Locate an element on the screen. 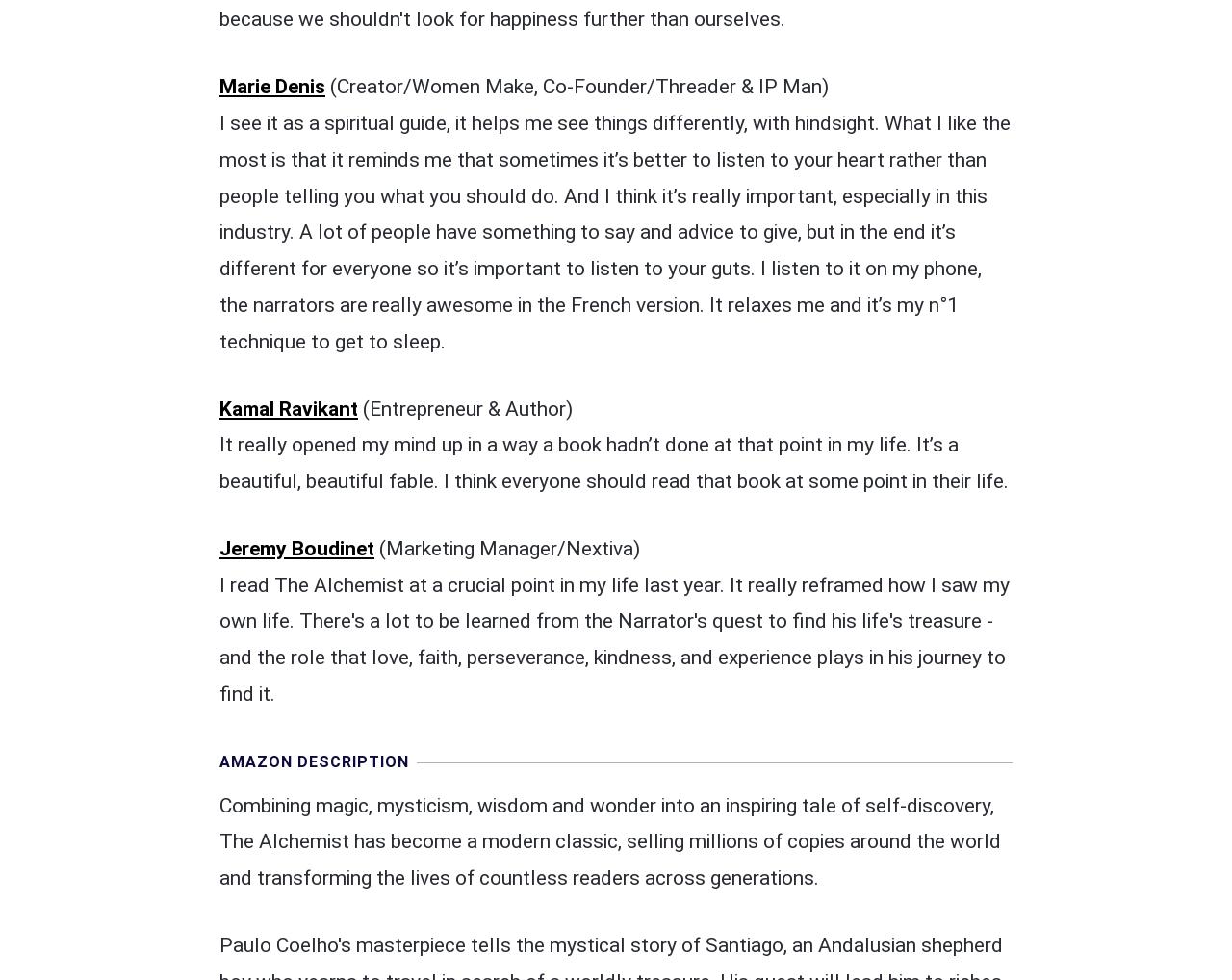 The height and width of the screenshot is (980, 1232). 'Jeremy Boudinet' is located at coordinates (295, 148).